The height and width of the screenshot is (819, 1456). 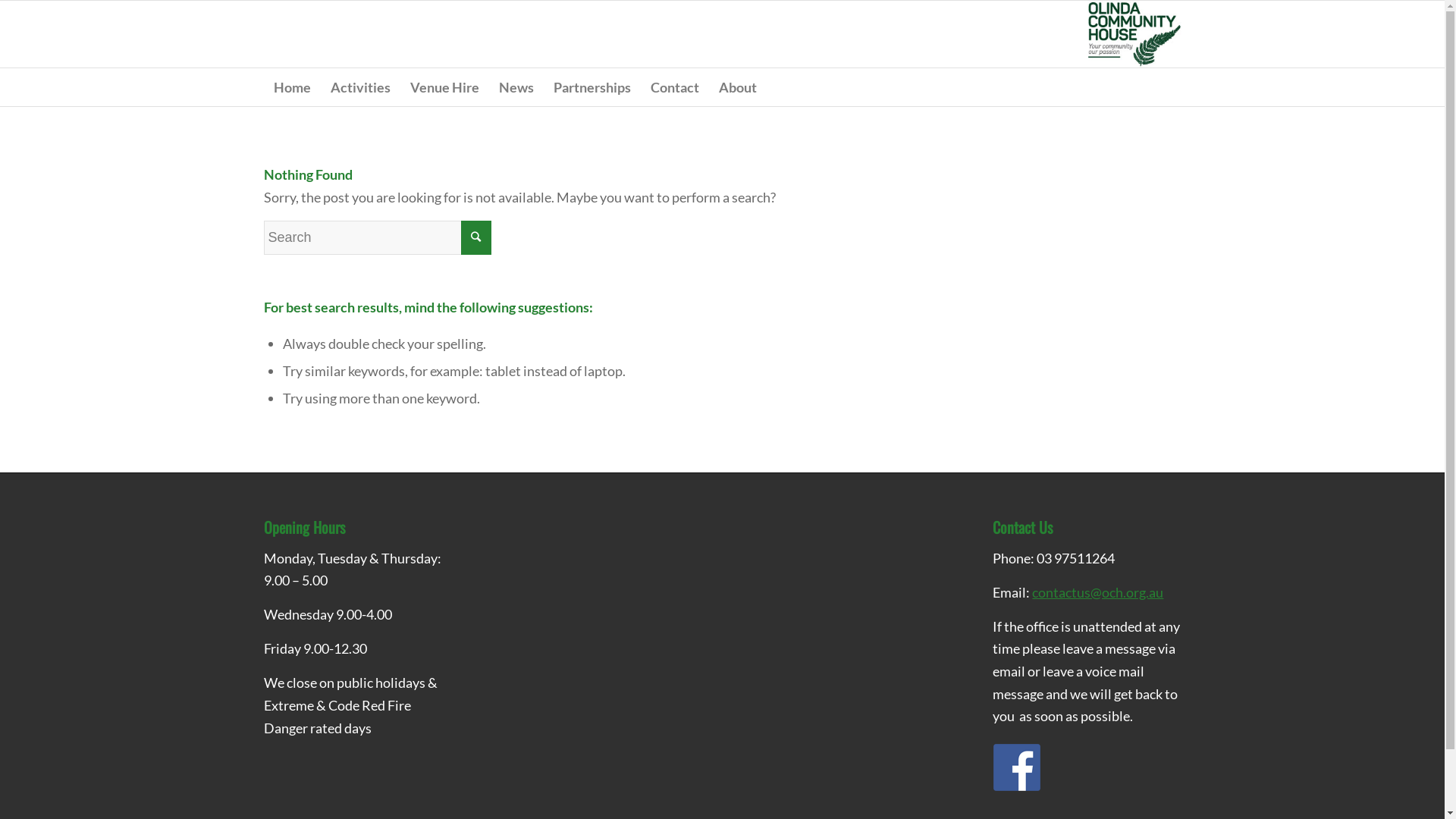 What do you see at coordinates (736, 87) in the screenshot?
I see `'About'` at bounding box center [736, 87].